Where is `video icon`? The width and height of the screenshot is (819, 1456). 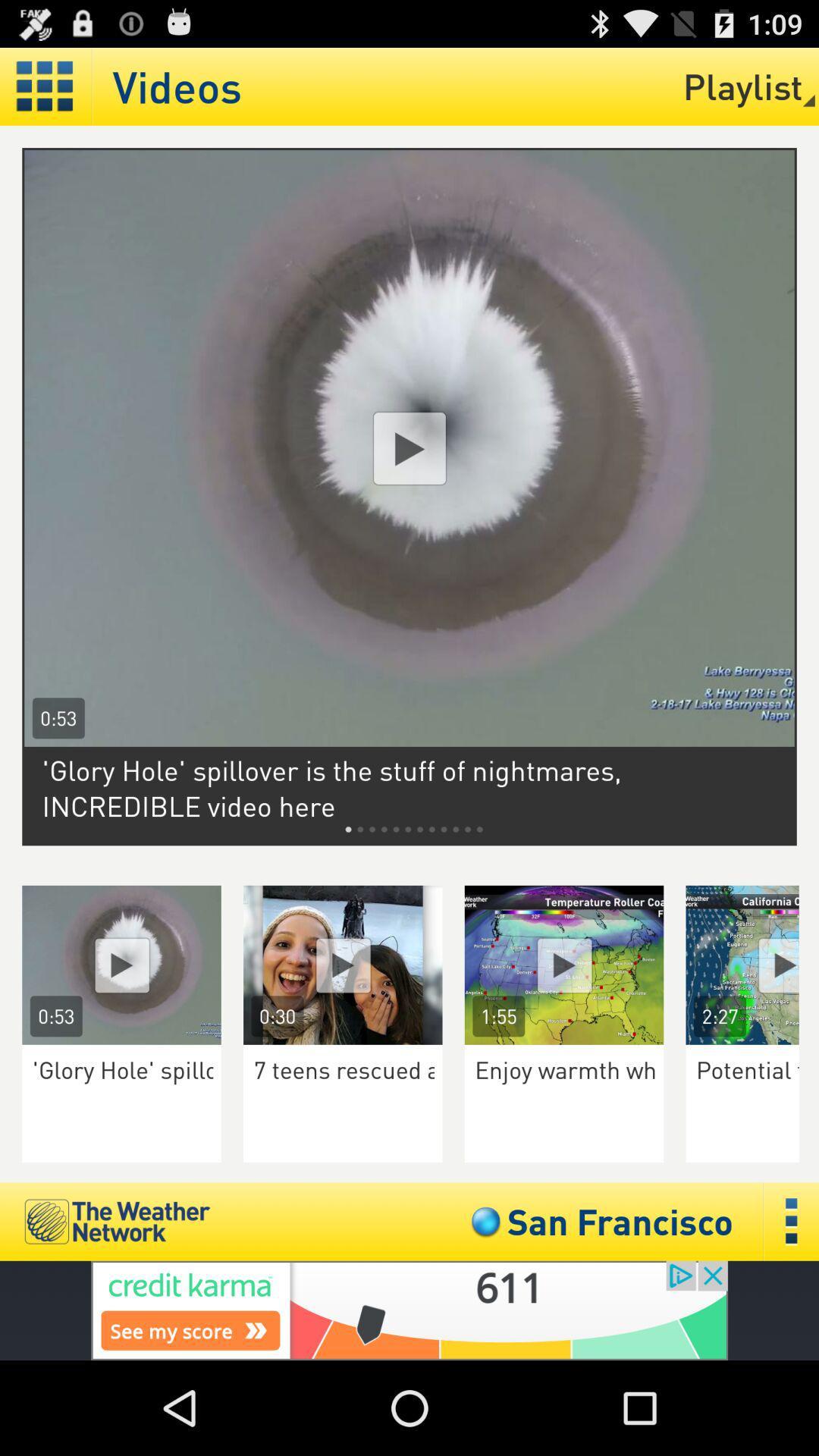 video icon is located at coordinates (121, 964).